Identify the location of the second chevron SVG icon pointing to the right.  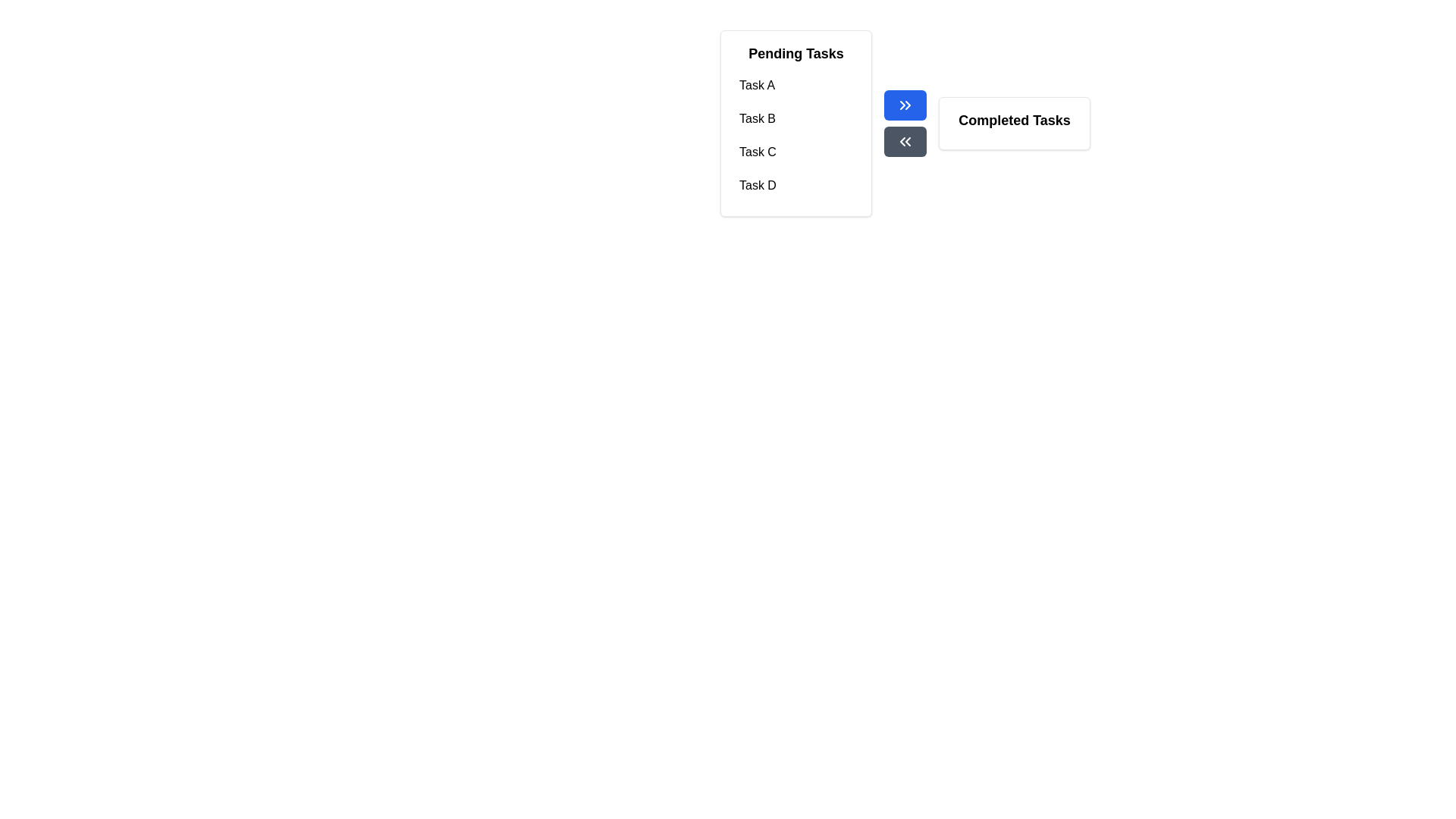
(908, 104).